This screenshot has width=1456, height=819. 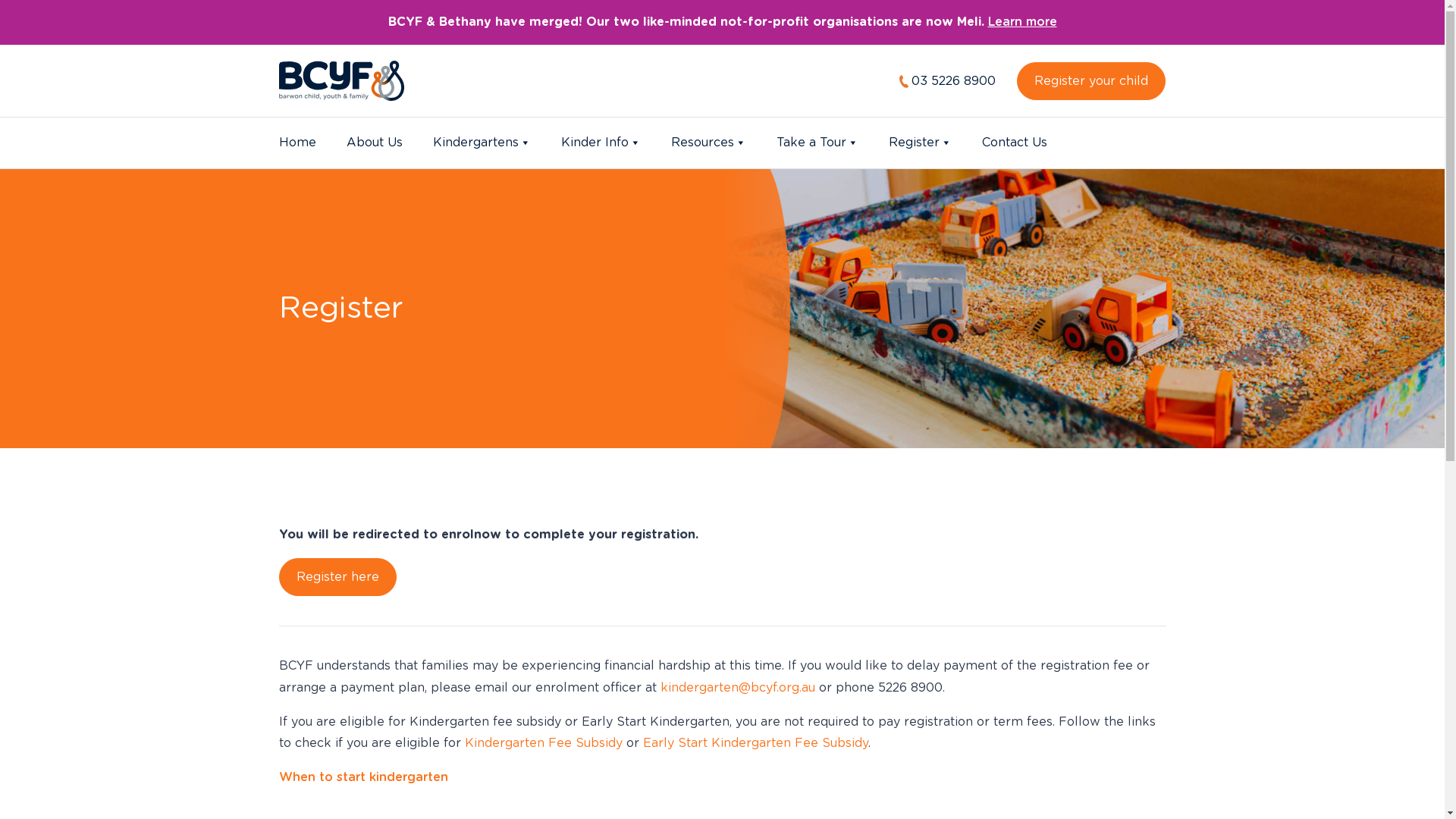 What do you see at coordinates (1090, 81) in the screenshot?
I see `'Register your child'` at bounding box center [1090, 81].